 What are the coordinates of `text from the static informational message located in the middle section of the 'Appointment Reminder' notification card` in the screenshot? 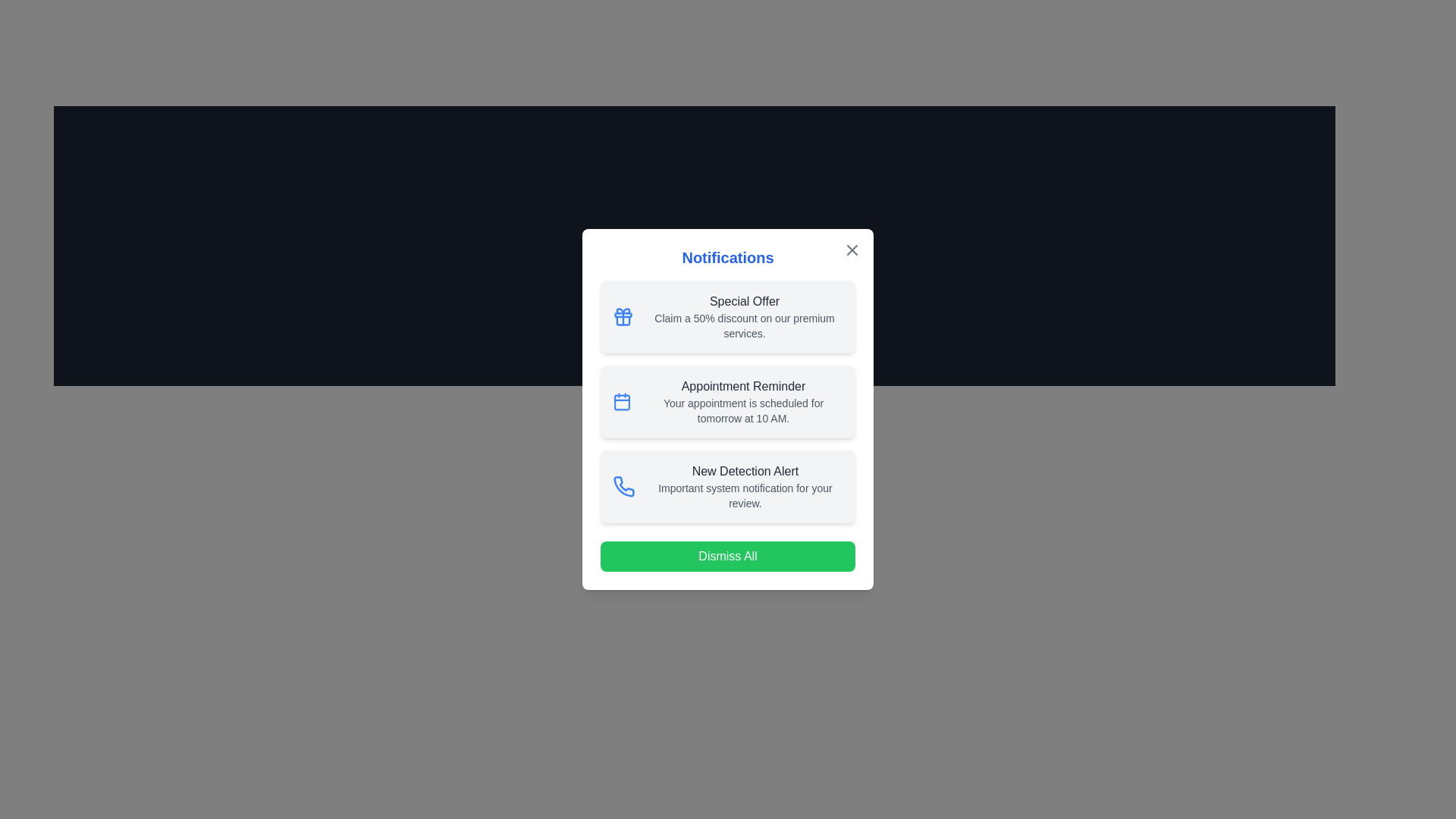 It's located at (743, 411).